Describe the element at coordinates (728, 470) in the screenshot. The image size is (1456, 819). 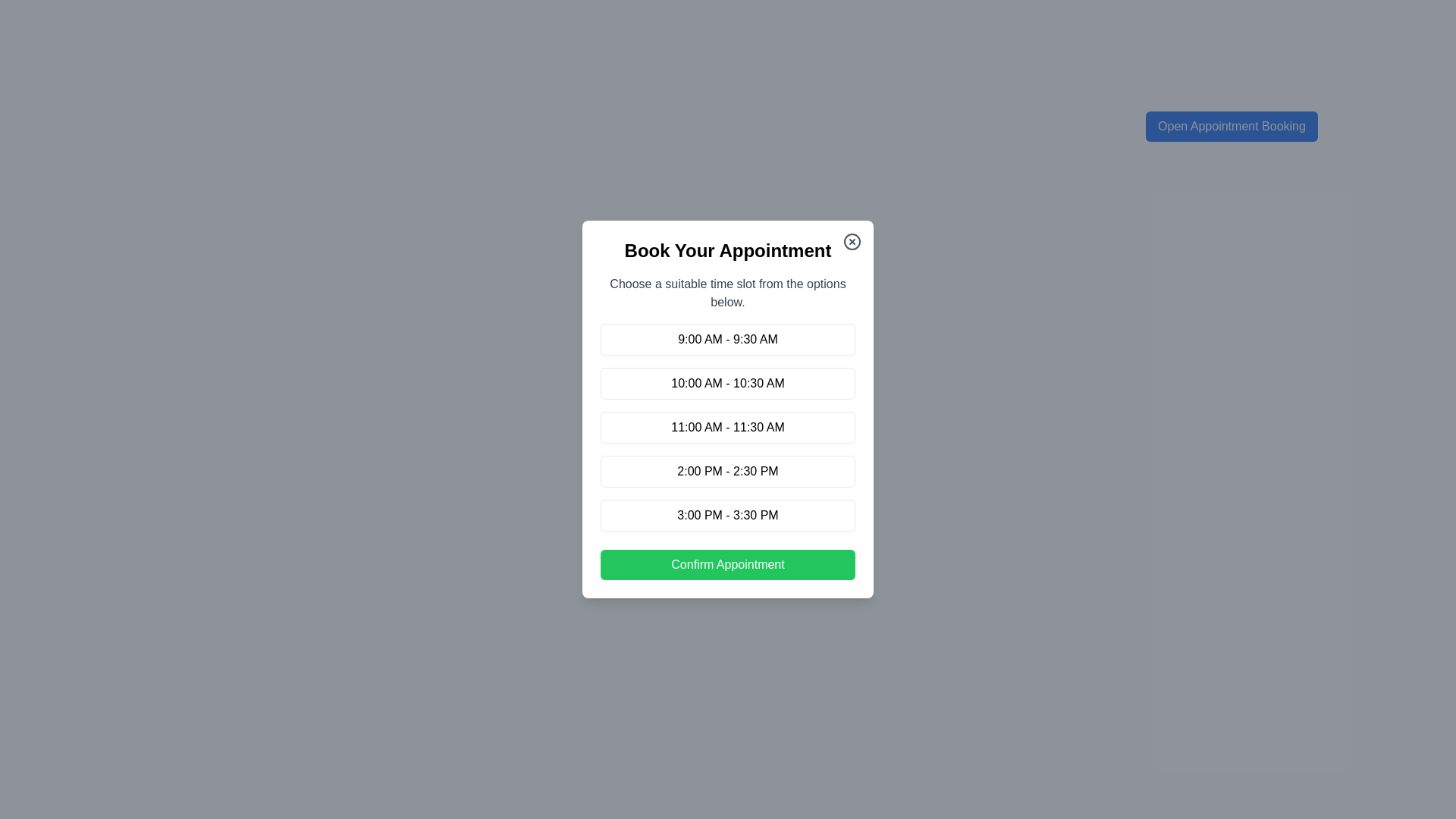
I see `the text label indicating the time slot from 2:00 PM to 2:30 PM within the selectable box in the modal dialog` at that location.